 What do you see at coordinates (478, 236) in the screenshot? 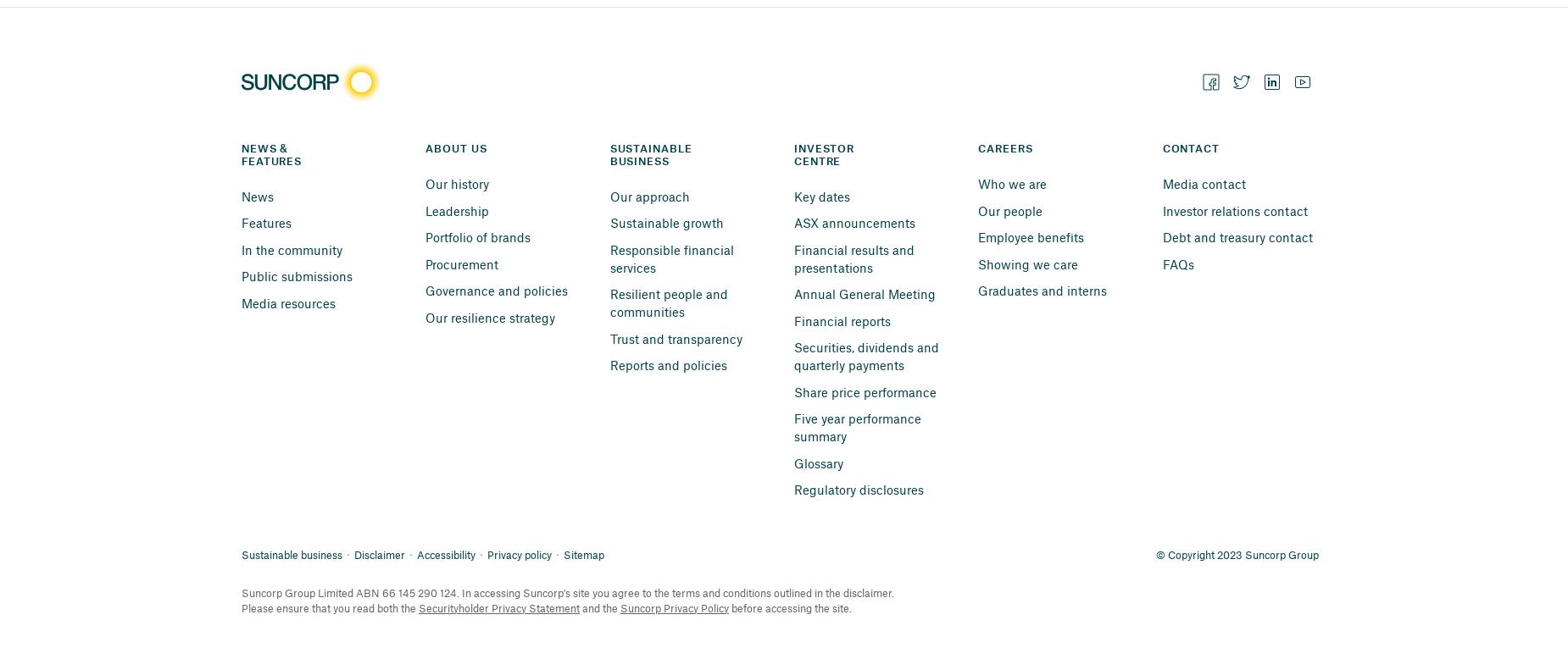
I see `'Portfolio of brands'` at bounding box center [478, 236].